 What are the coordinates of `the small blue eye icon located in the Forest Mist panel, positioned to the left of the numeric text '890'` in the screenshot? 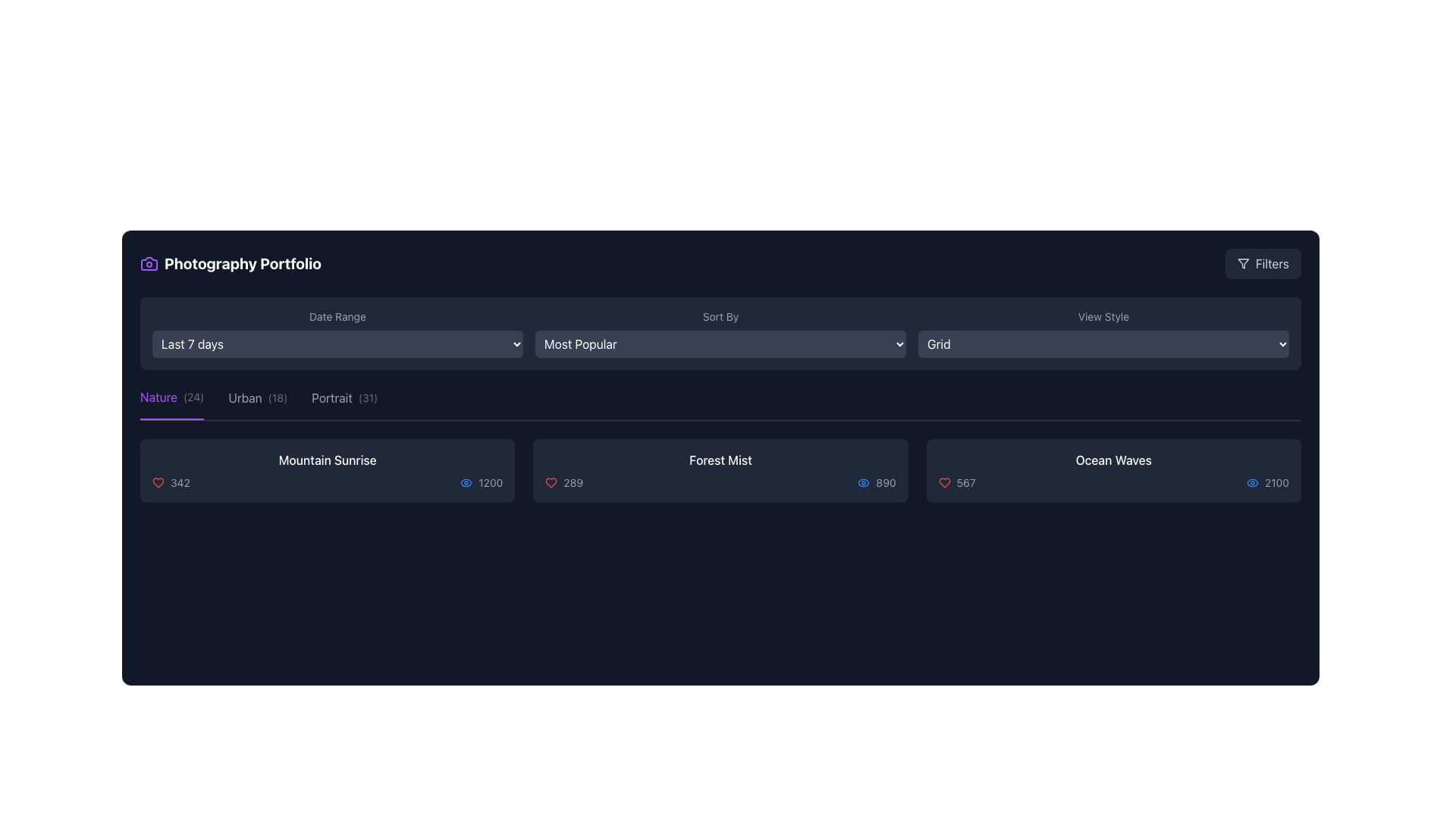 It's located at (864, 482).